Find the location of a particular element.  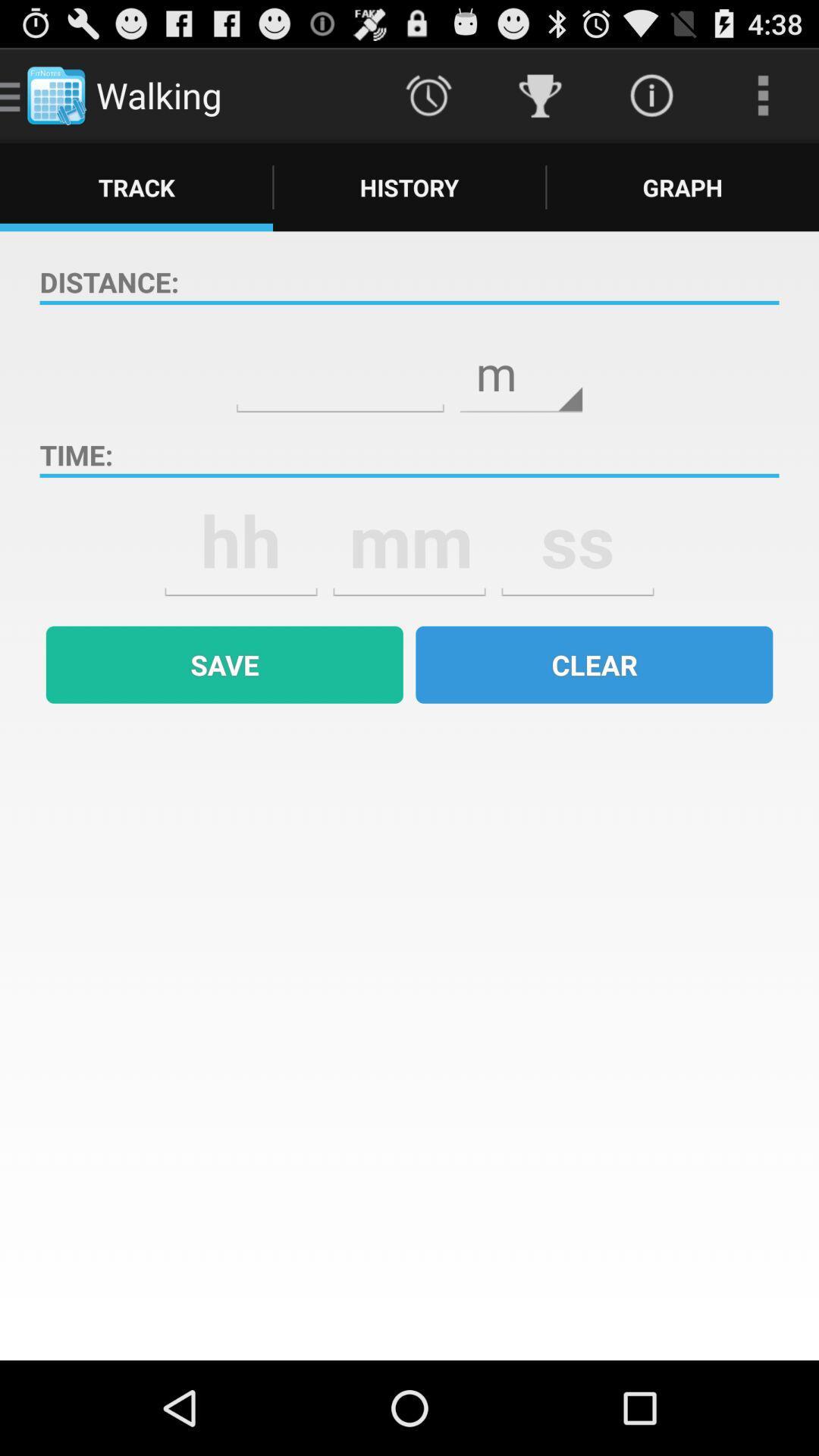

hour is located at coordinates (240, 541).